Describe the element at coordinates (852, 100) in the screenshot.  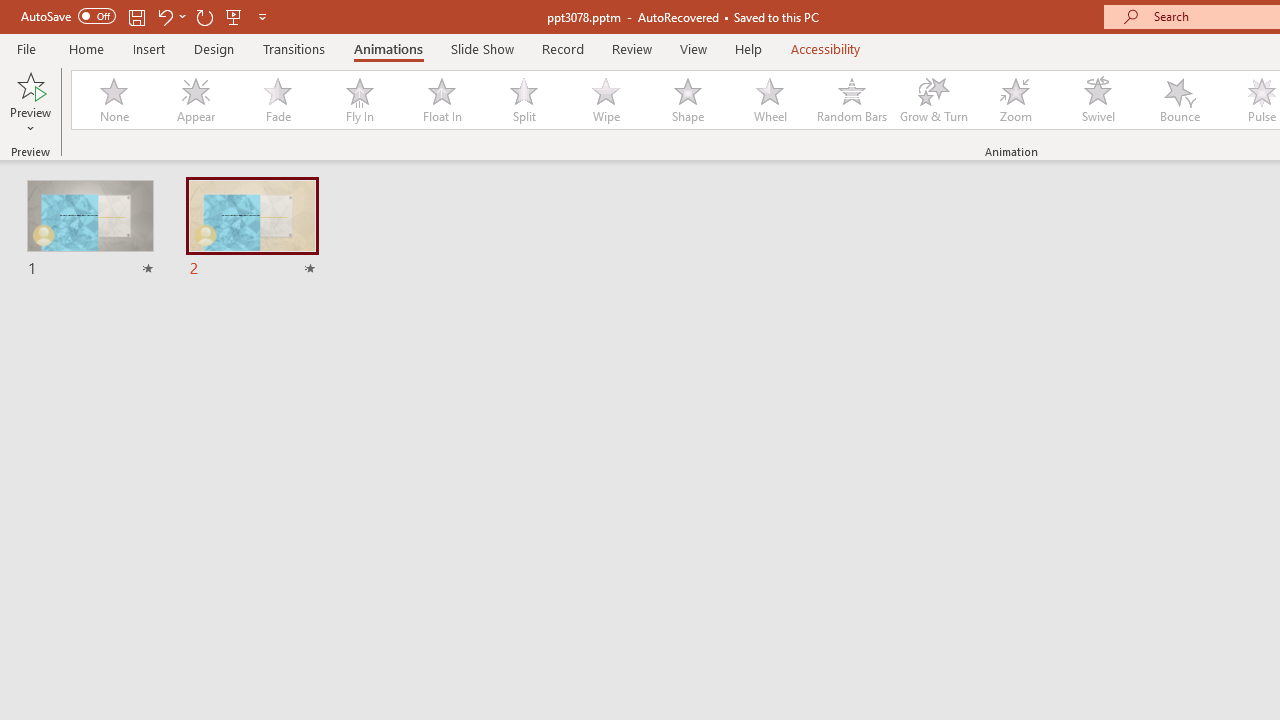
I see `'Random Bars'` at that location.